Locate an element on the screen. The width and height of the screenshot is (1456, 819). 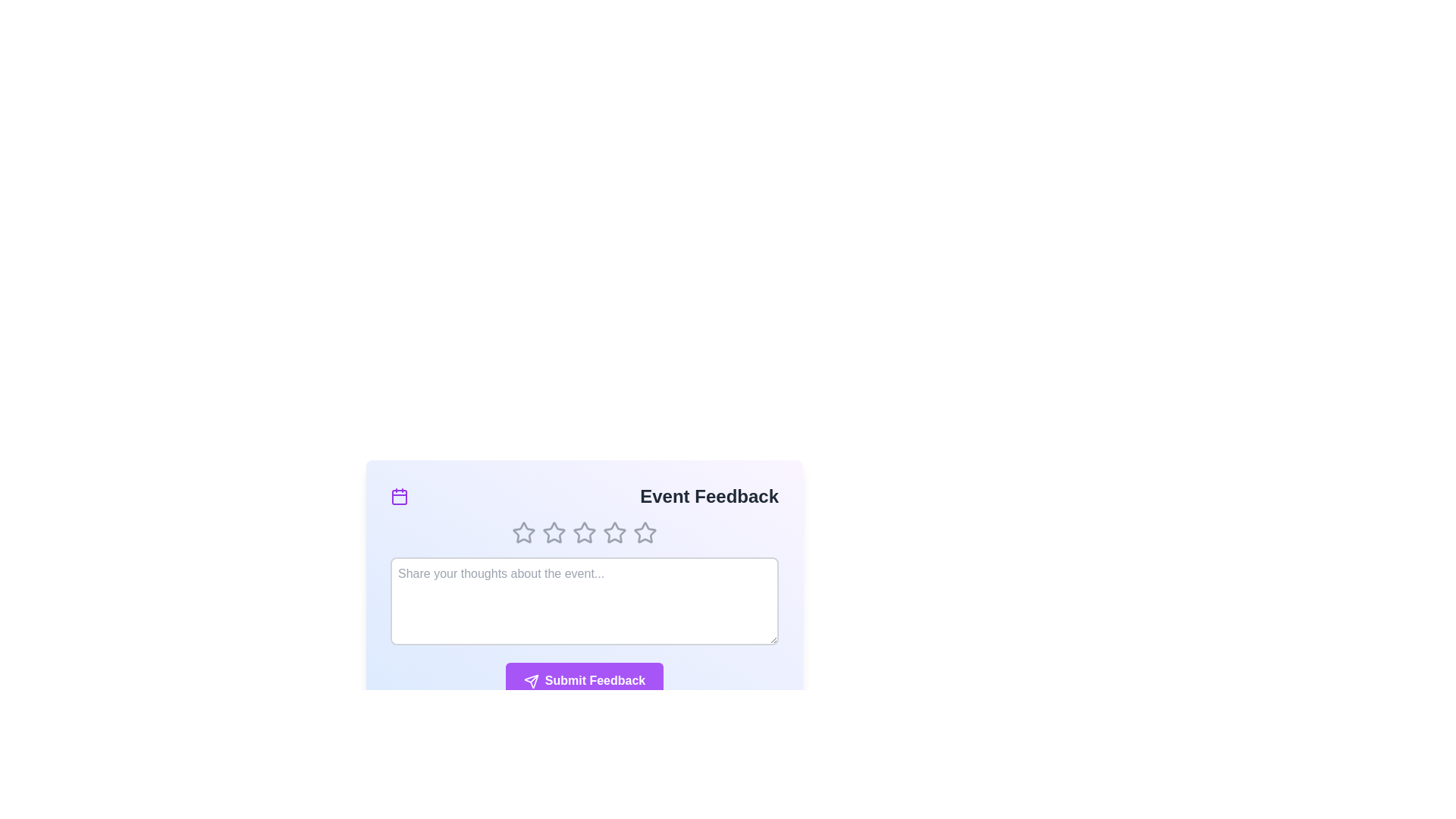
the first star icon in the star rating section is located at coordinates (524, 532).